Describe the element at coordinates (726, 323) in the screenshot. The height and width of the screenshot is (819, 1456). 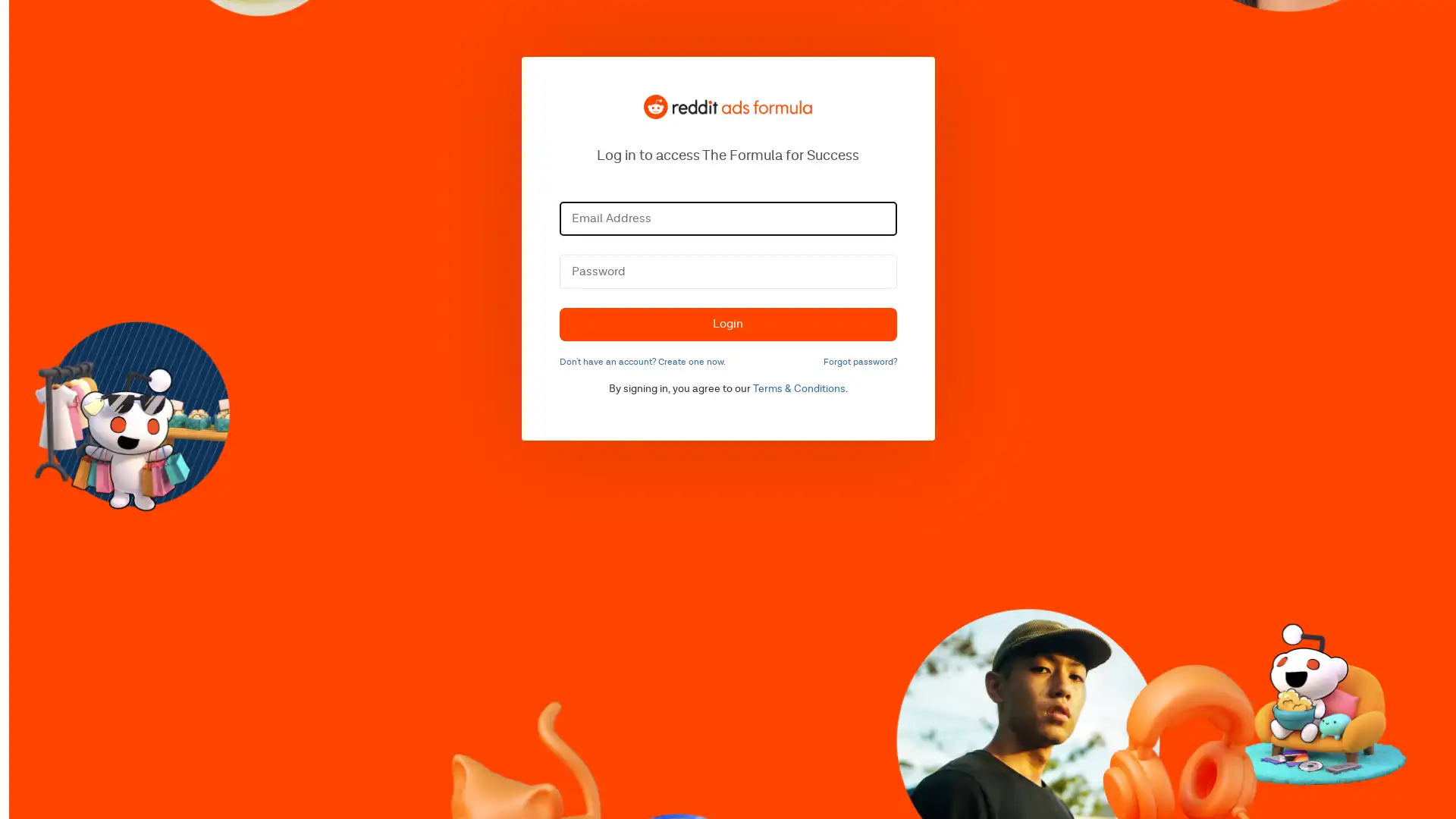
I see `Login` at that location.